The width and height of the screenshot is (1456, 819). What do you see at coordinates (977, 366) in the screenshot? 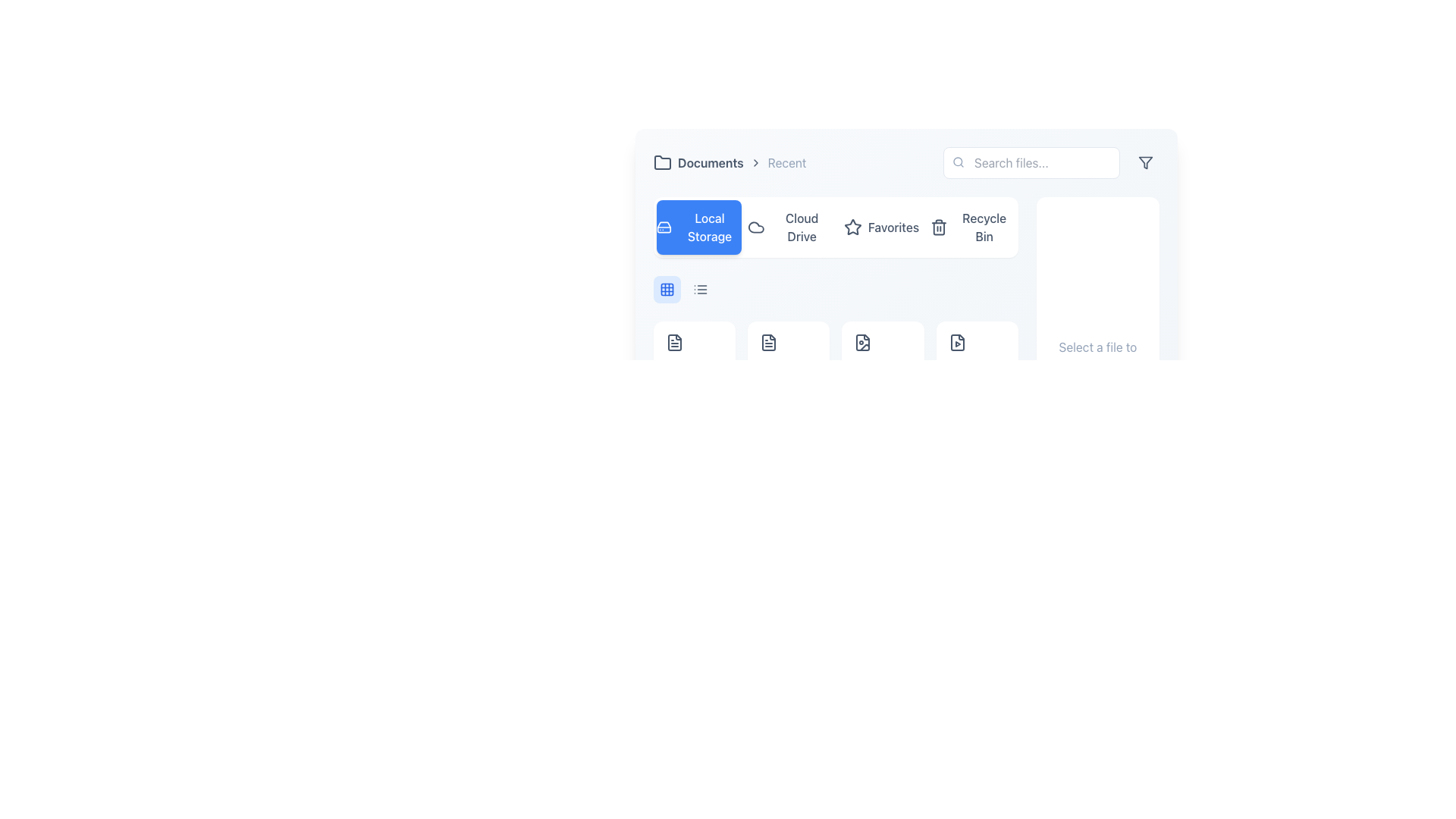
I see `the fifth video file item` at bounding box center [977, 366].